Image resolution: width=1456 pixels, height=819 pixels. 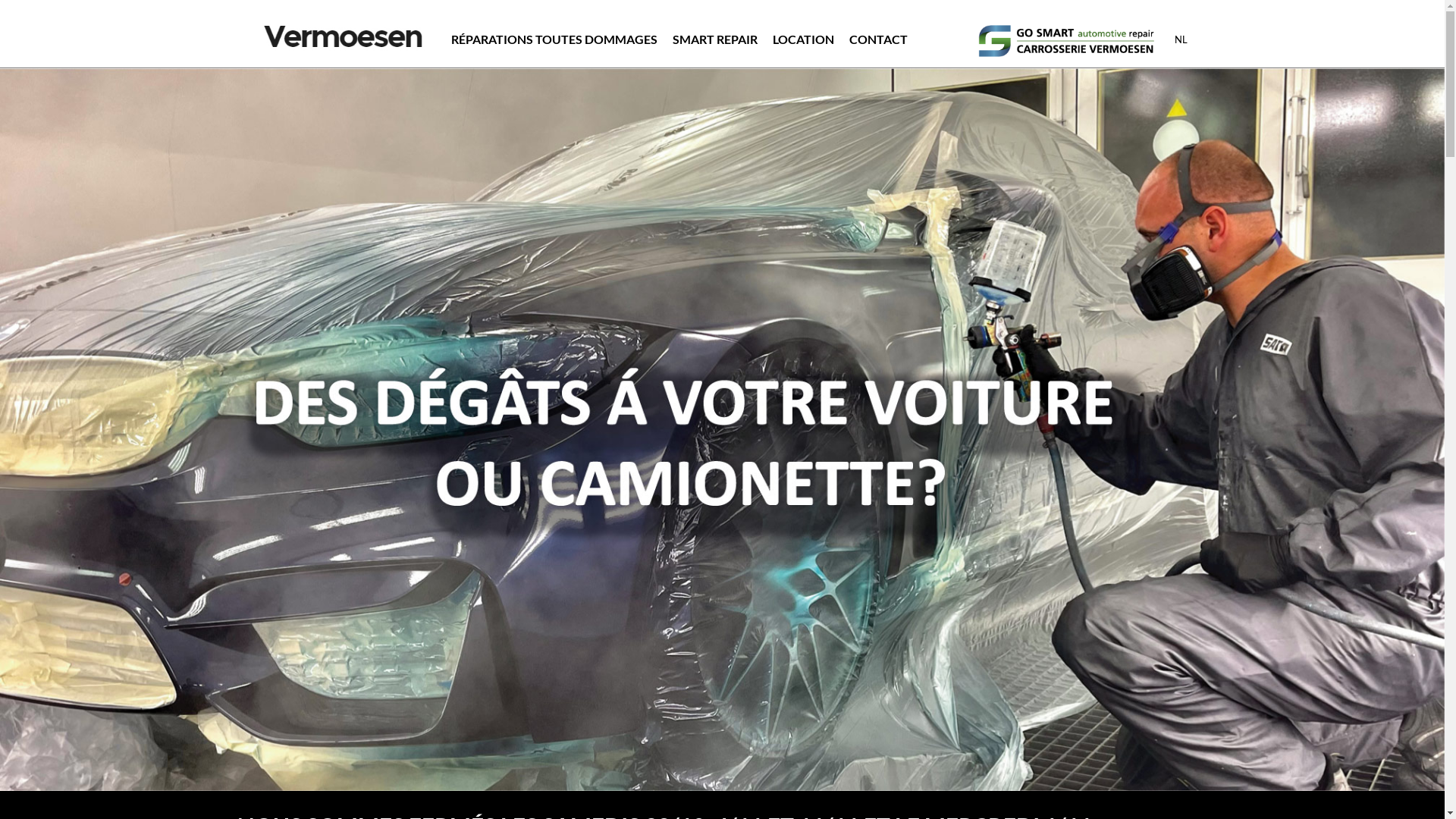 What do you see at coordinates (802, 38) in the screenshot?
I see `'LOCATION'` at bounding box center [802, 38].